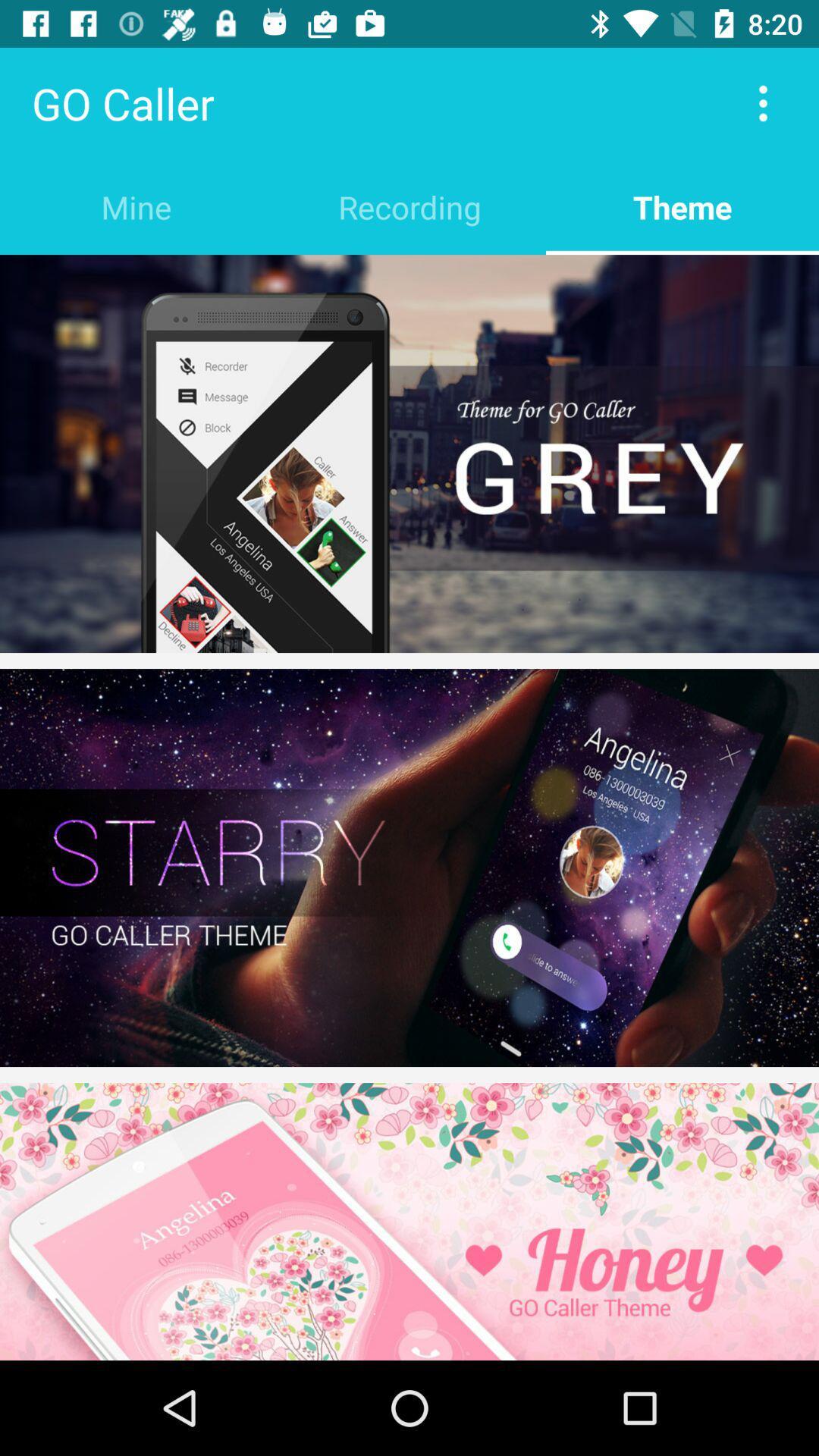 Image resolution: width=819 pixels, height=1456 pixels. Describe the element at coordinates (409, 1222) in the screenshot. I see `and go to the honey theme` at that location.